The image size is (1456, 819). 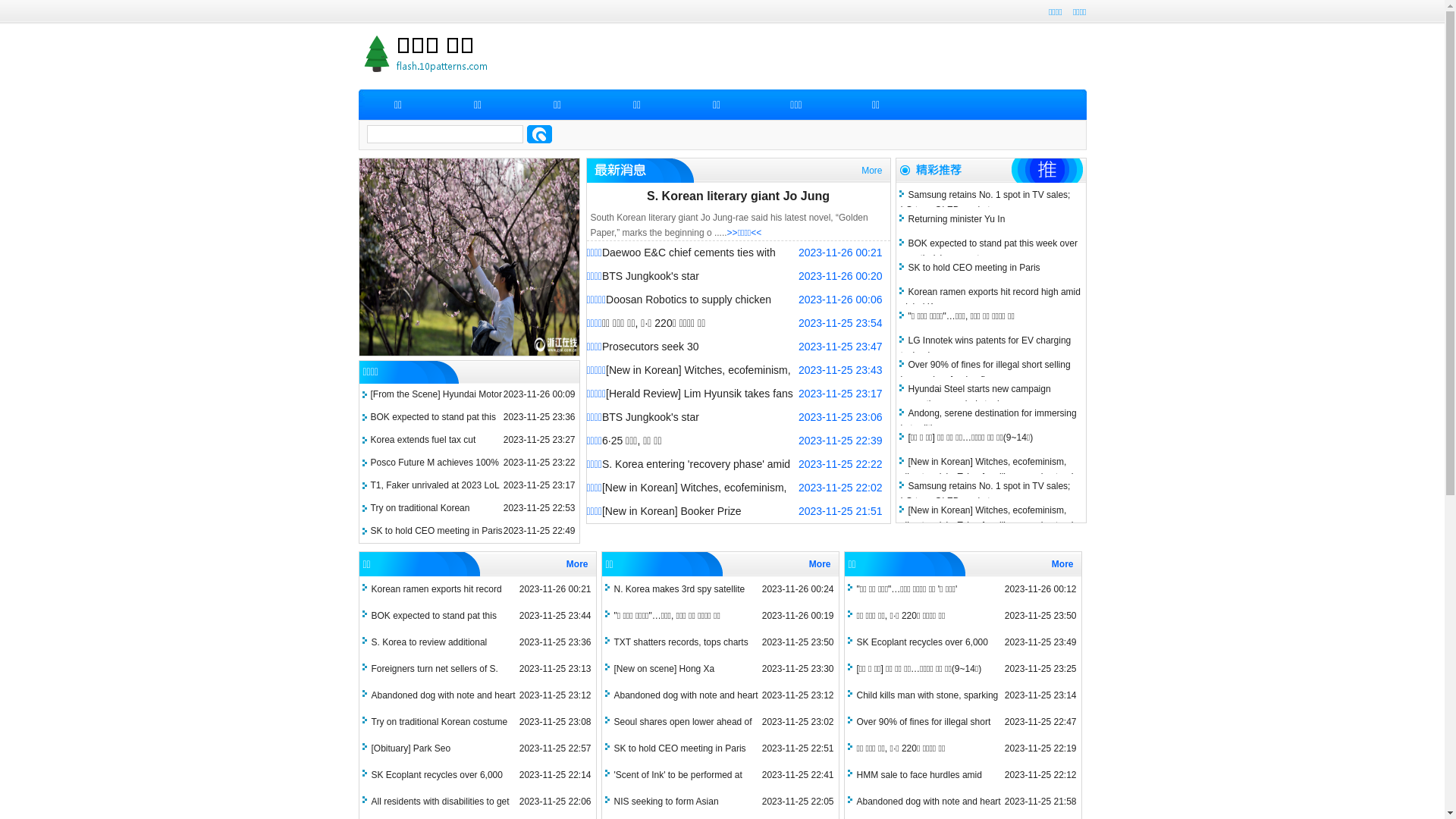 I want to click on 'Returning minister Yu In', so click(x=952, y=219).